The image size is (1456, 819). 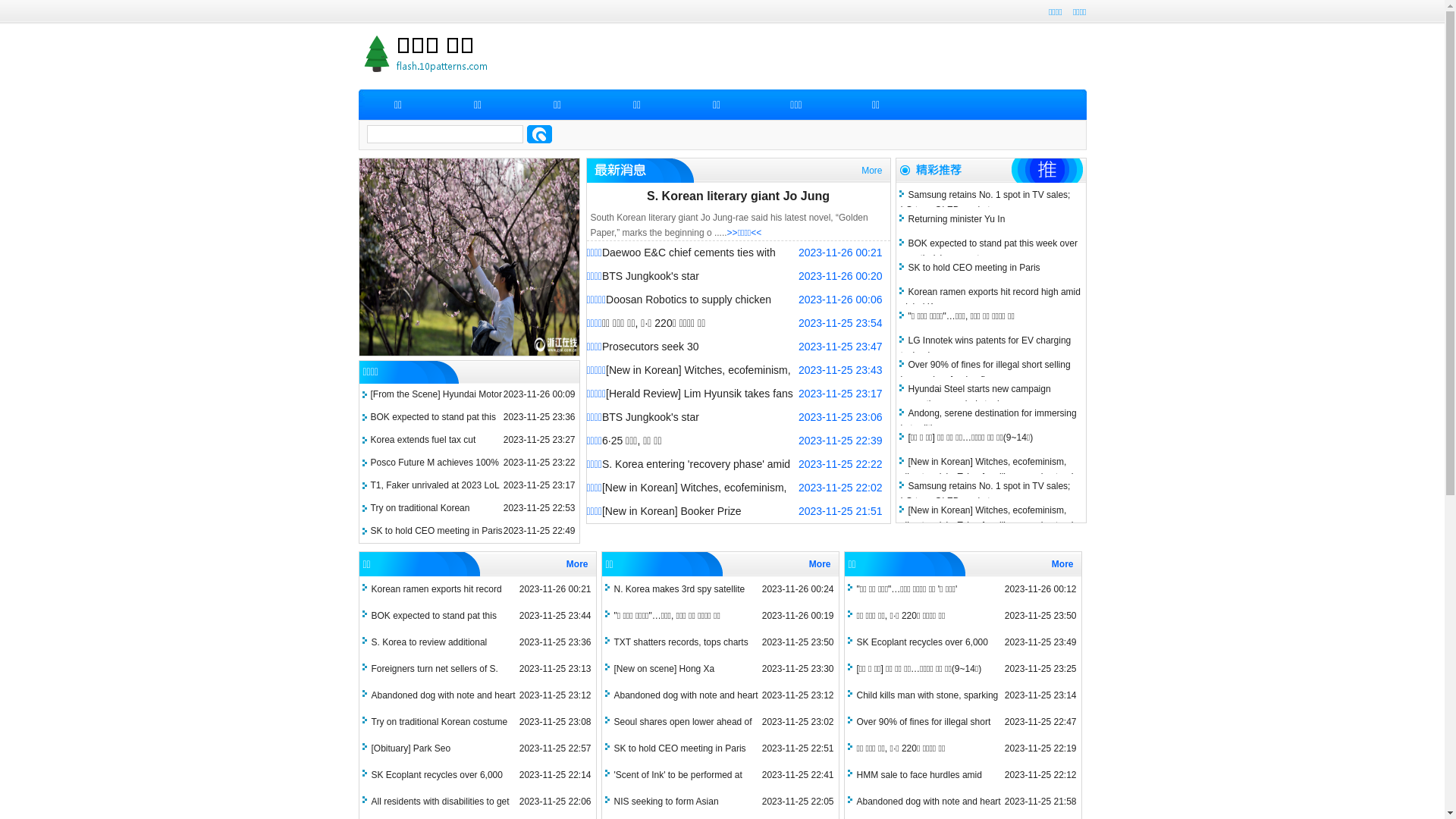 I want to click on 'Returning minister Yu In', so click(x=952, y=219).